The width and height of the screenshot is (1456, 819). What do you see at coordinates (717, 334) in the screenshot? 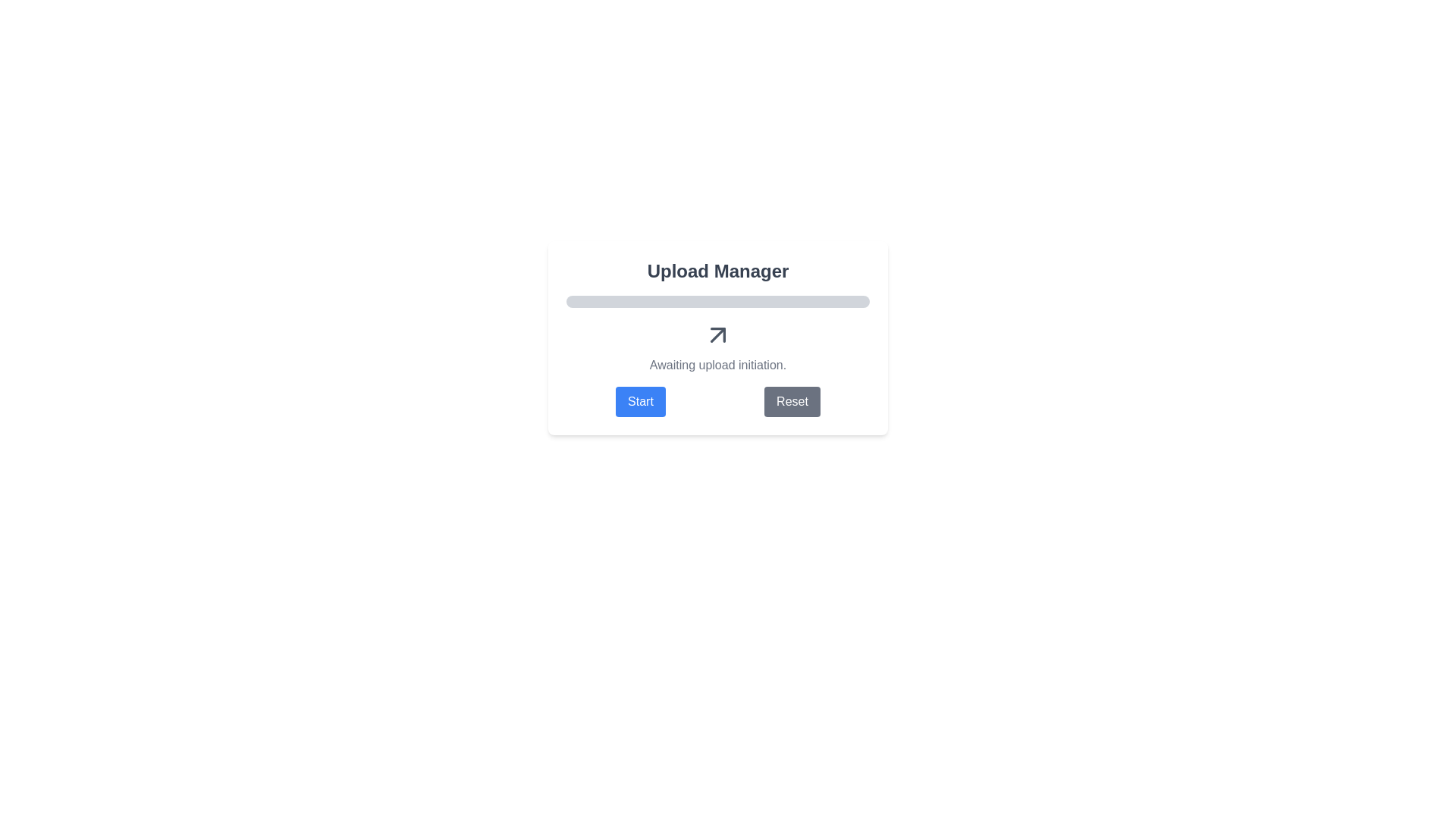
I see `the centrally positioned SVG-based arrow icon that serves as a visual indicator for direction or navigation within the status and actions section` at bounding box center [717, 334].